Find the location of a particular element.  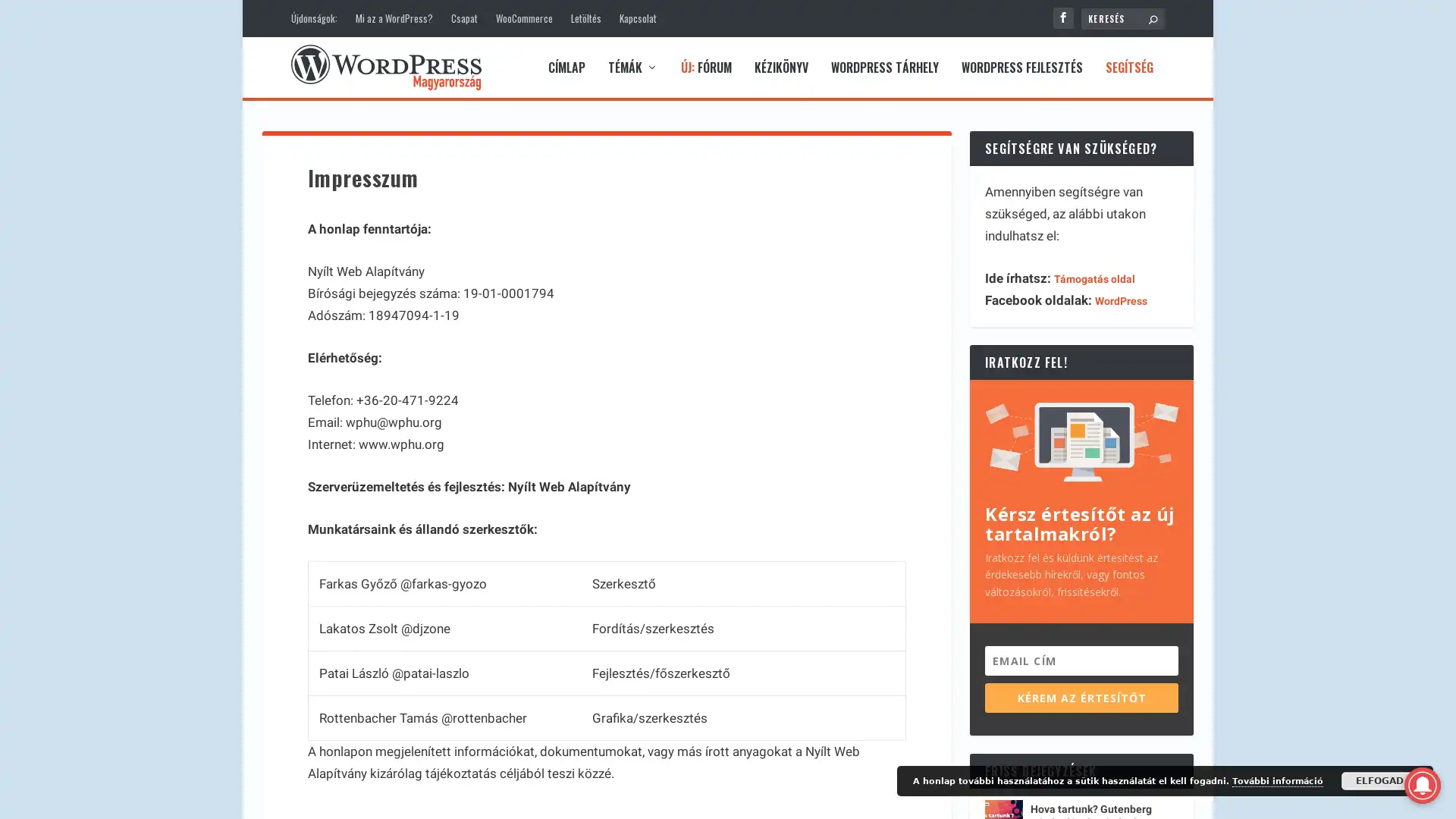

KEREM AZ ERTESITOT is located at coordinates (1081, 697).